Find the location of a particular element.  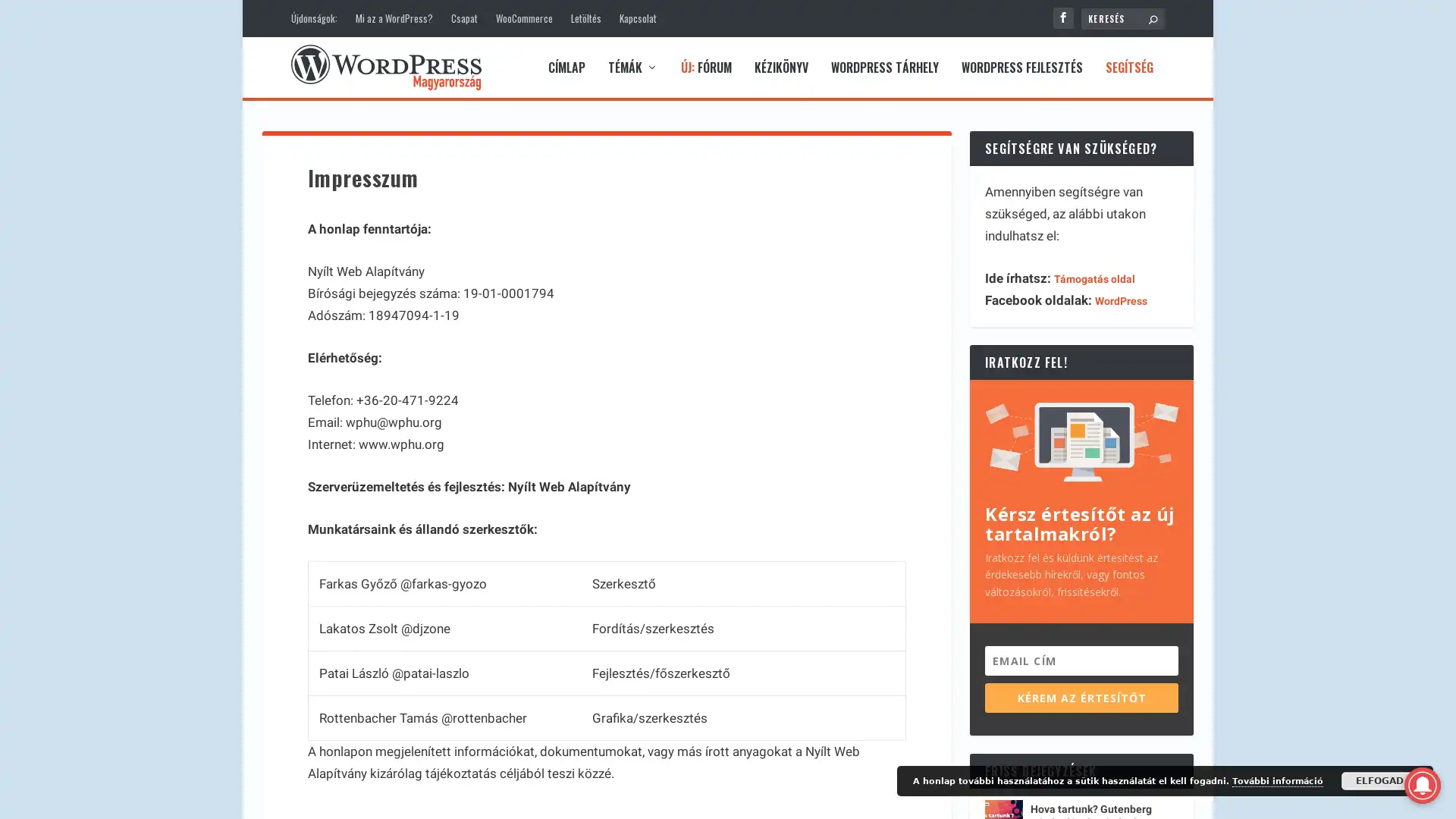

KEREM AZ ERTESITOT is located at coordinates (1081, 697).